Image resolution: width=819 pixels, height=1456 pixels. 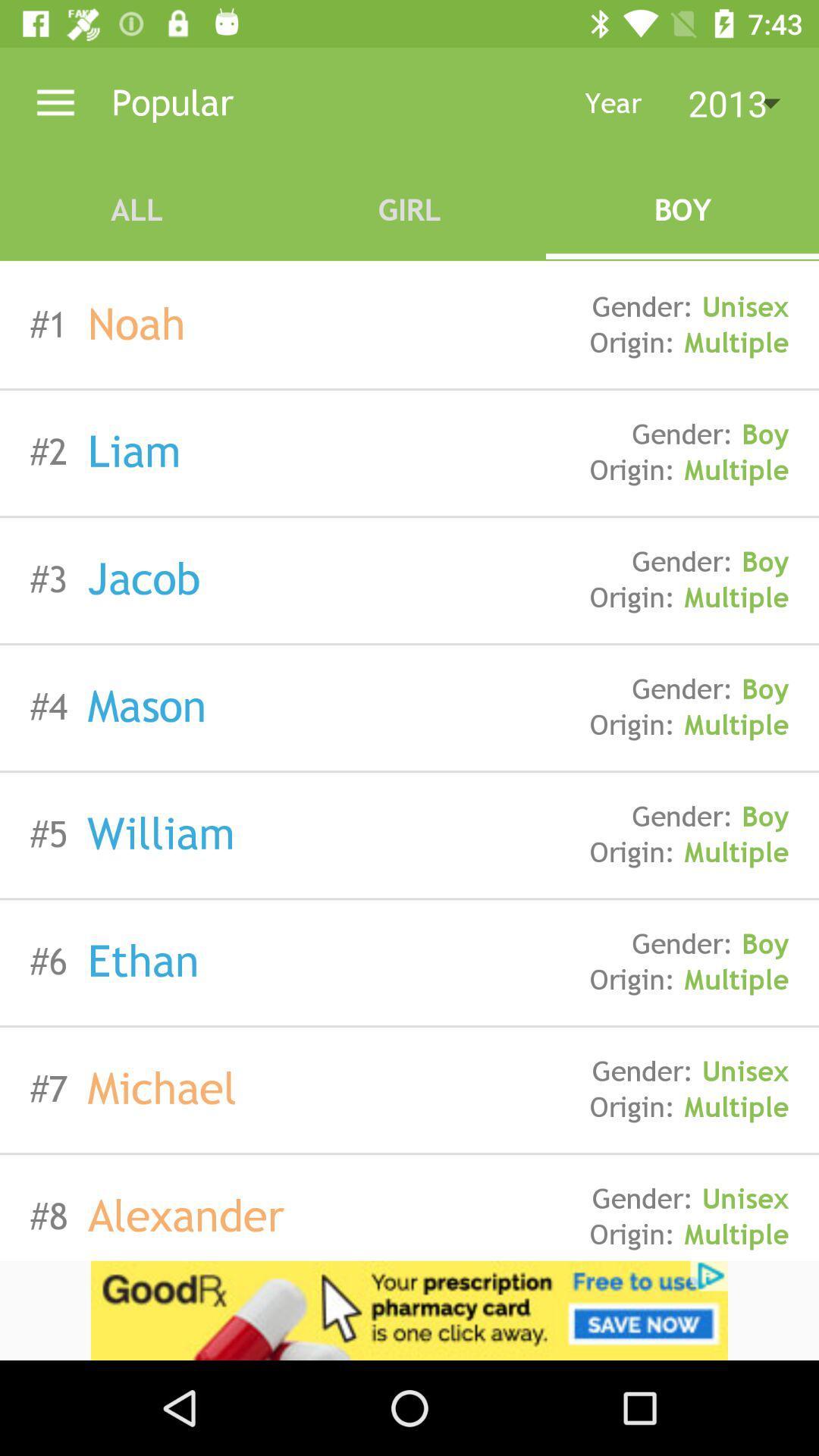 I want to click on advertisement page, so click(x=409, y=1310).